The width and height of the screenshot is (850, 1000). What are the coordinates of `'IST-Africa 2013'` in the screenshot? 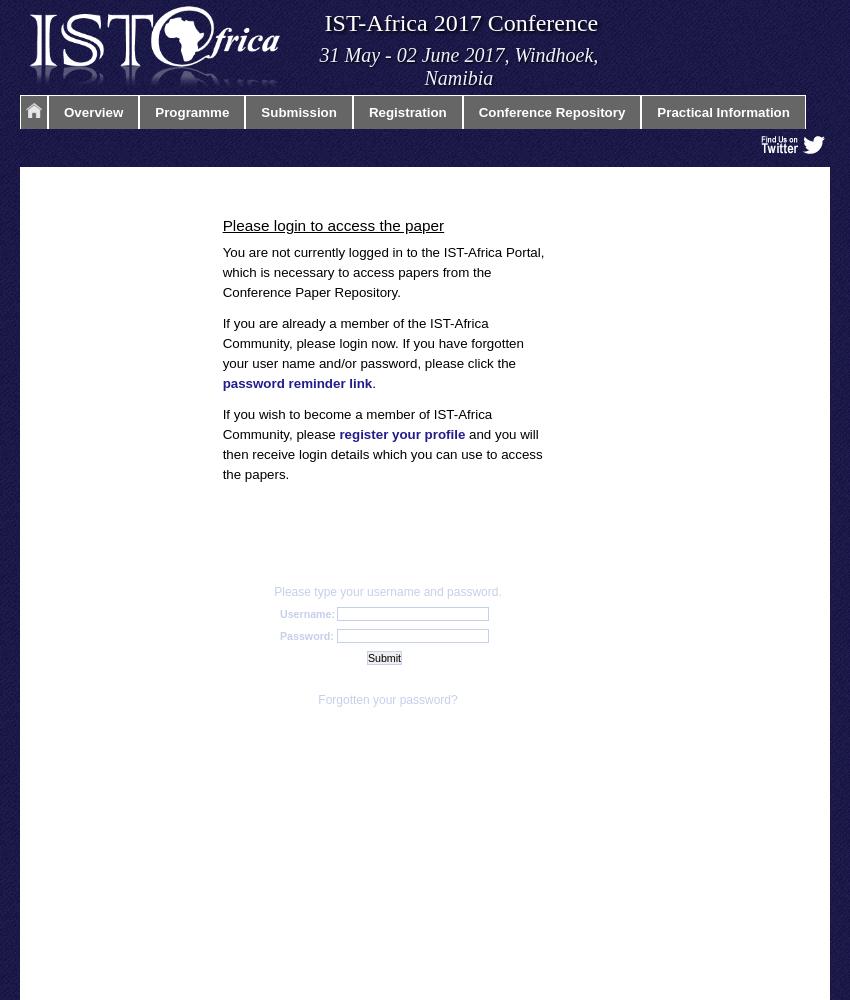 It's located at (271, 250).